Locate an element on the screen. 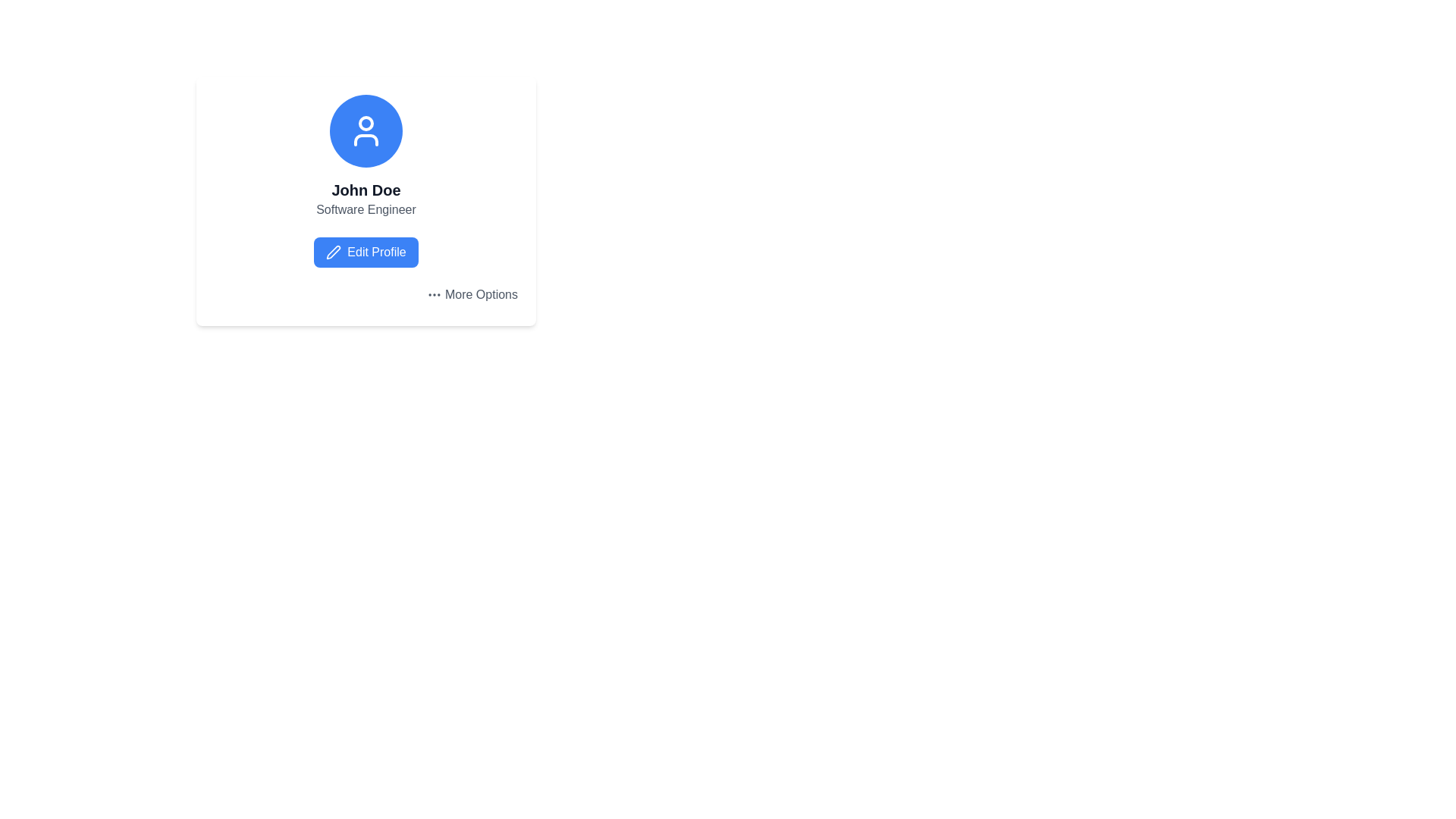  the ellipsis icon located at the bottom-right corner of the user profile details card, which is part of the 'More Options' button is located at coordinates (433, 295).